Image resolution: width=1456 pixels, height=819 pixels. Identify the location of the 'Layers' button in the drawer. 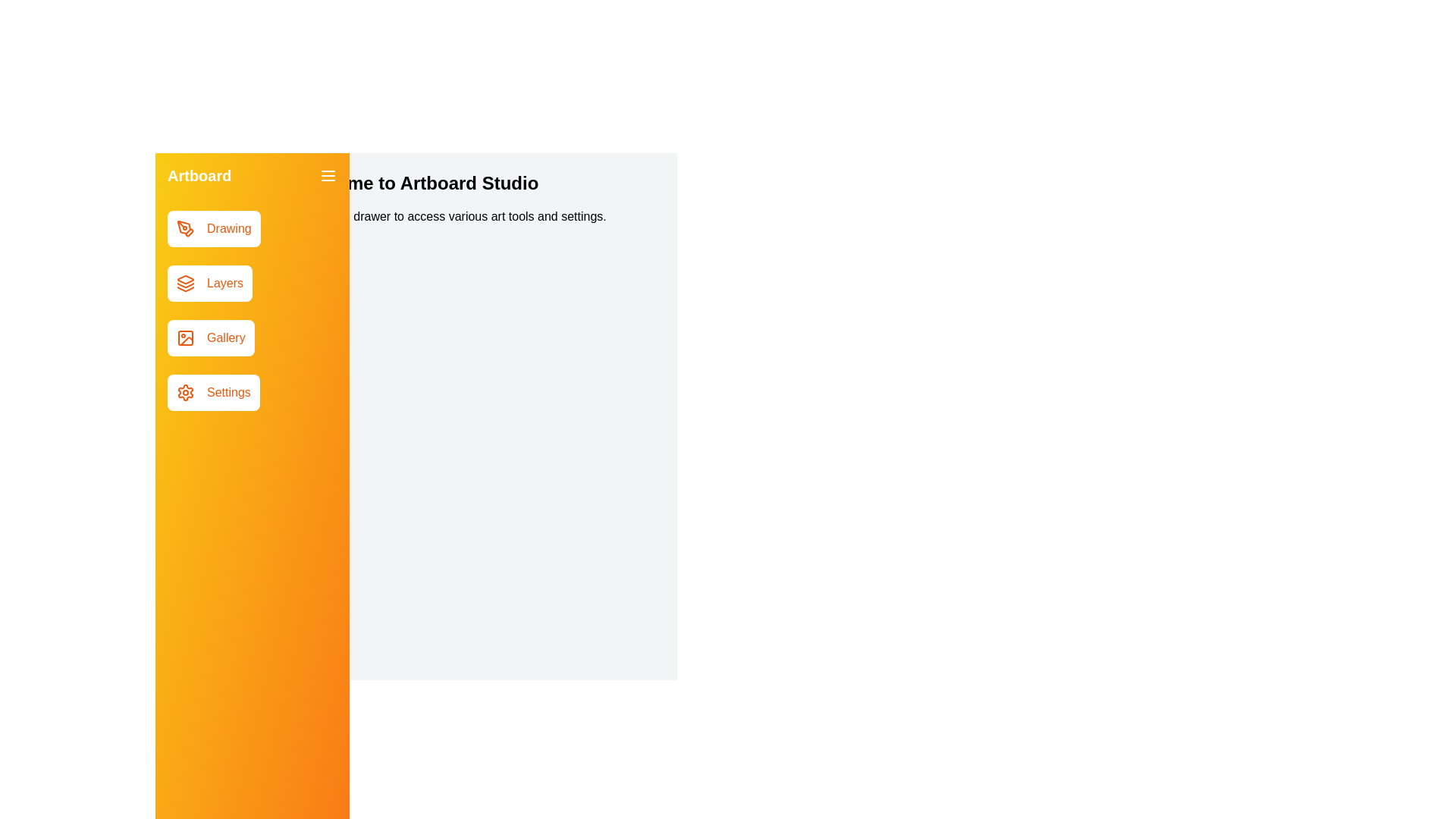
(209, 284).